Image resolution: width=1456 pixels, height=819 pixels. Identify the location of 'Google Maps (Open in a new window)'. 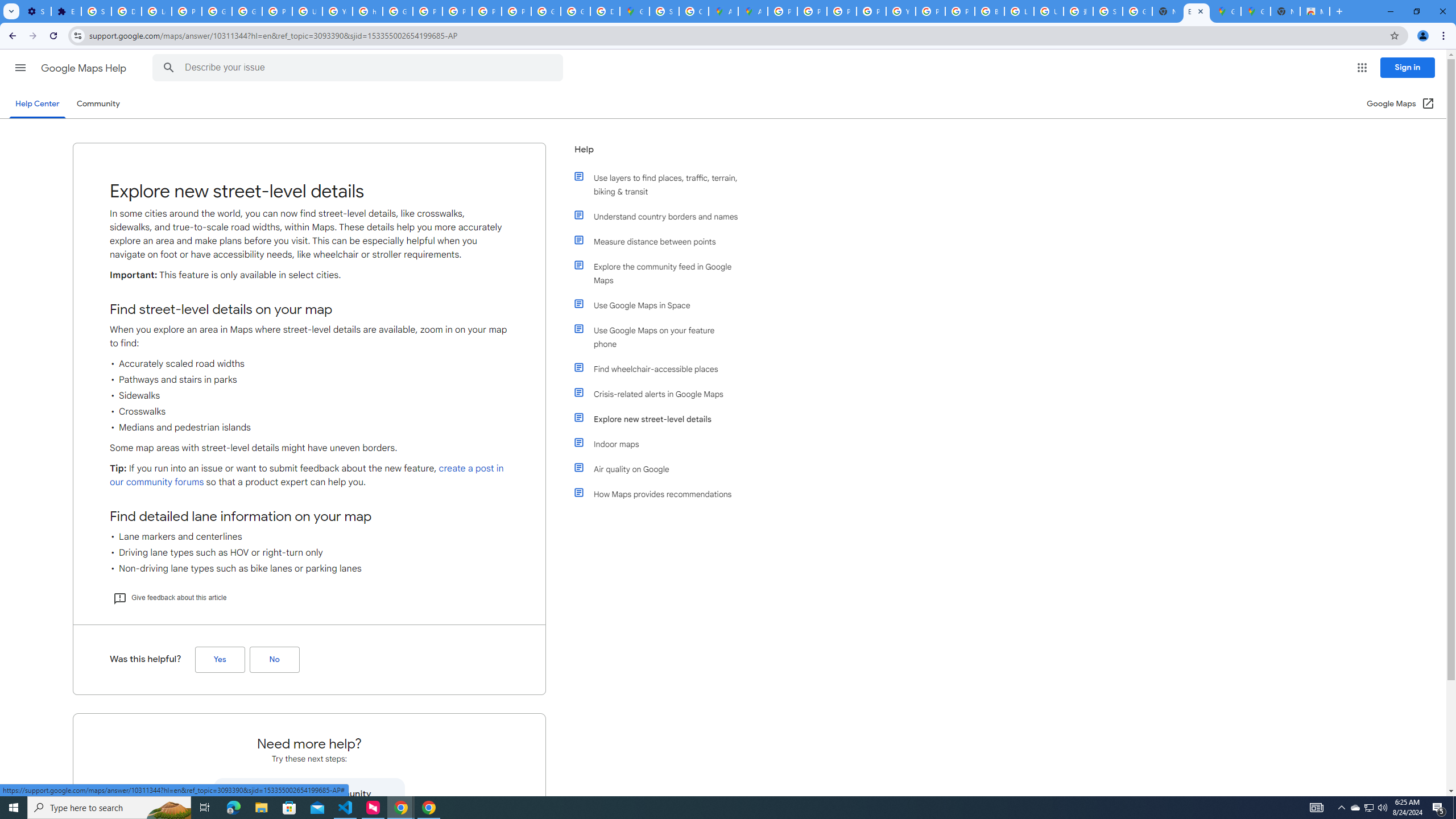
(1400, 103).